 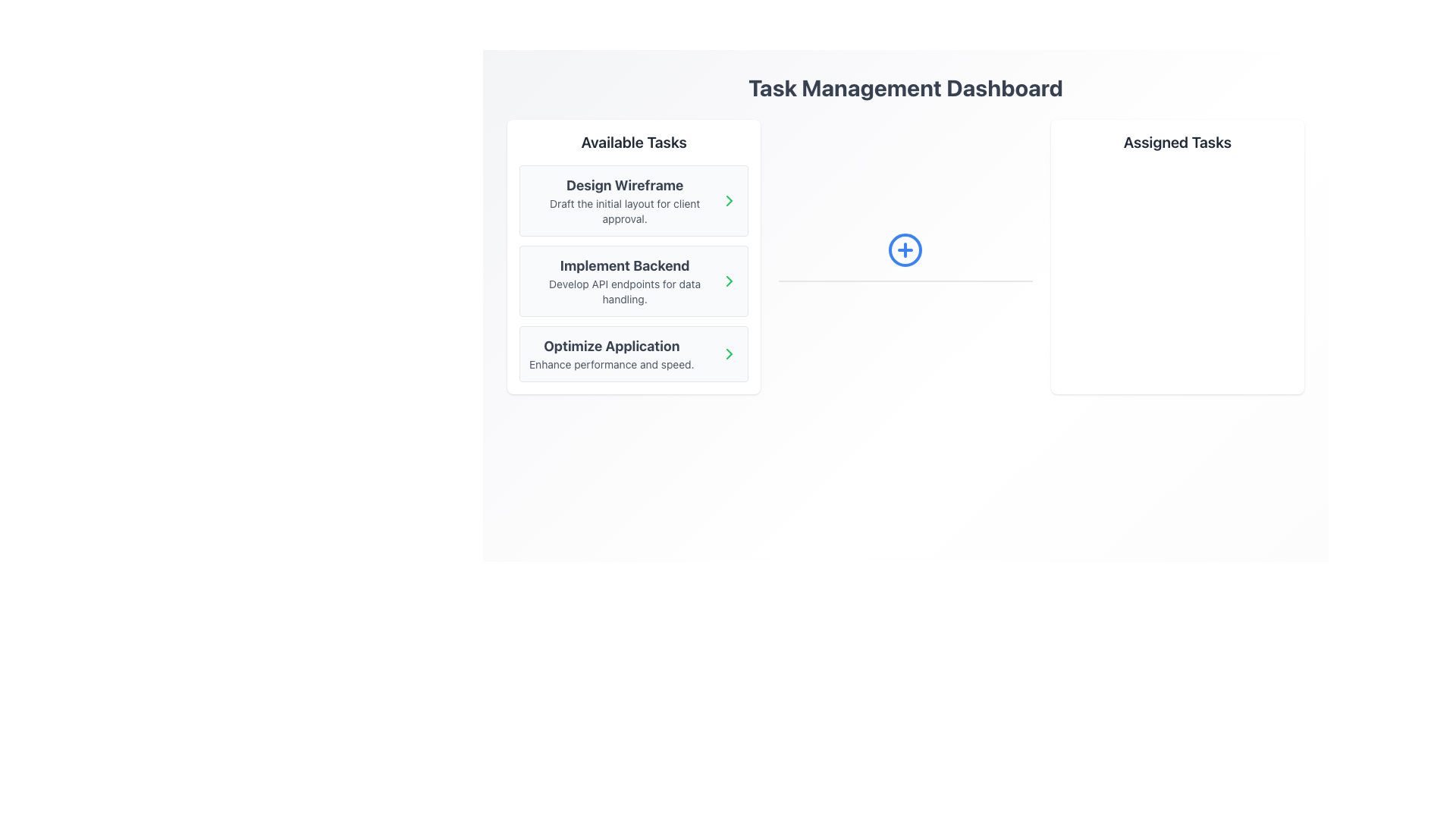 I want to click on the Text Label located at the top of the right-side card, which serves as a header for the section below it, so click(x=1176, y=143).